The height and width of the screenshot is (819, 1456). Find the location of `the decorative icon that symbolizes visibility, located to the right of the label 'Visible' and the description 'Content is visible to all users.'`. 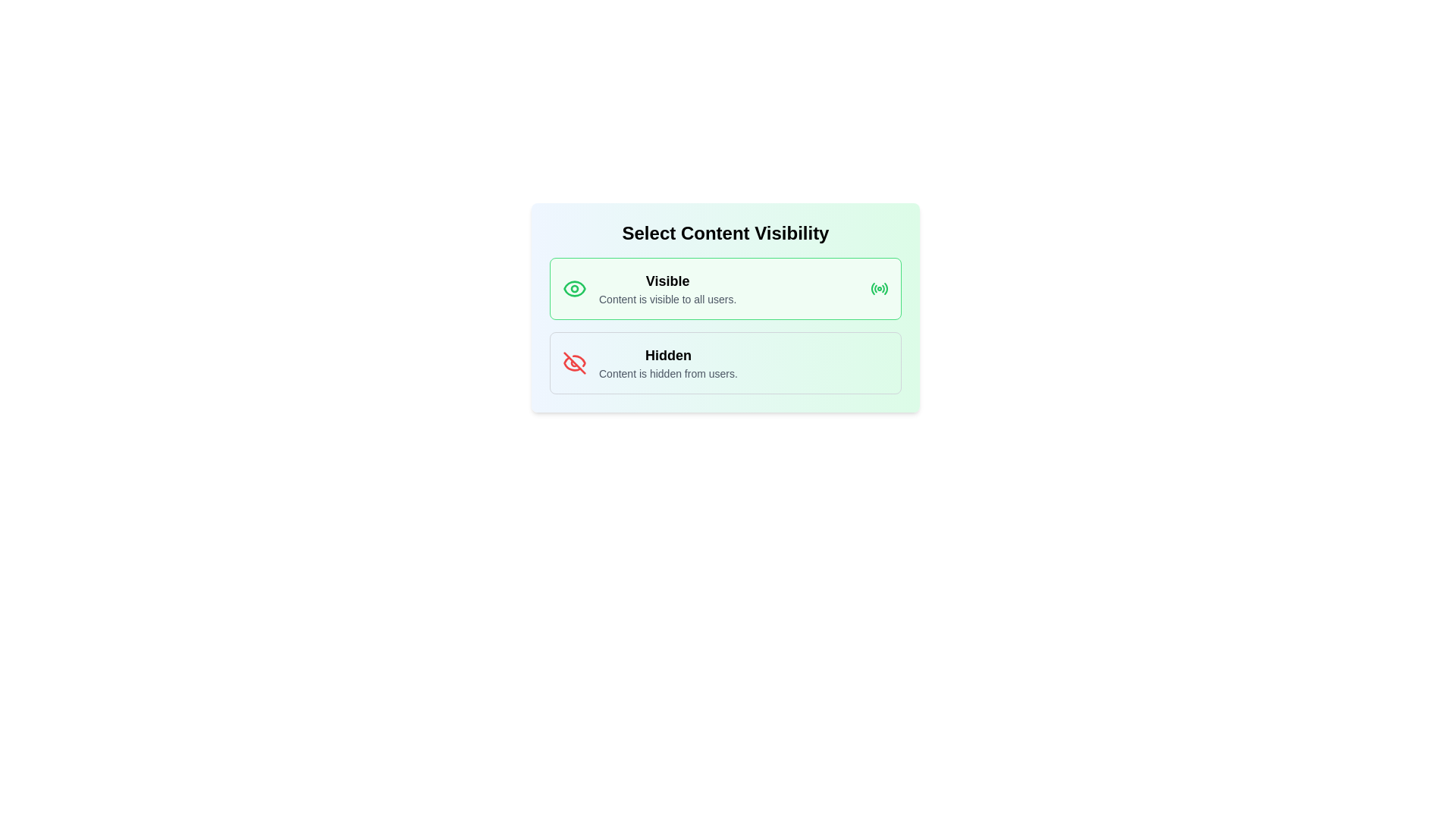

the decorative icon that symbolizes visibility, located to the right of the label 'Visible' and the description 'Content is visible to all users.' is located at coordinates (880, 289).